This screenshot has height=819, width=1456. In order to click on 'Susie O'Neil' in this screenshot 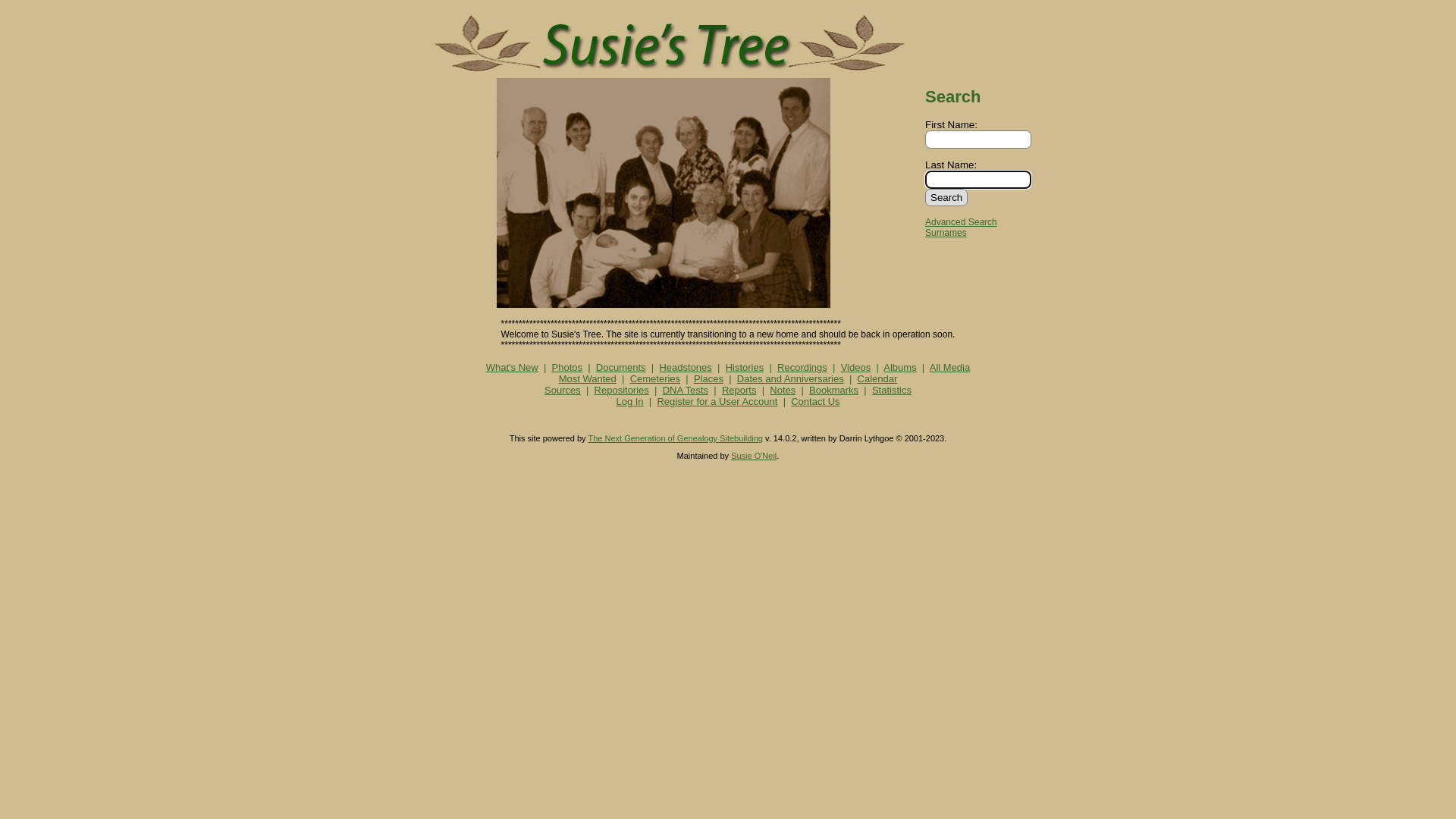, I will do `click(753, 455)`.